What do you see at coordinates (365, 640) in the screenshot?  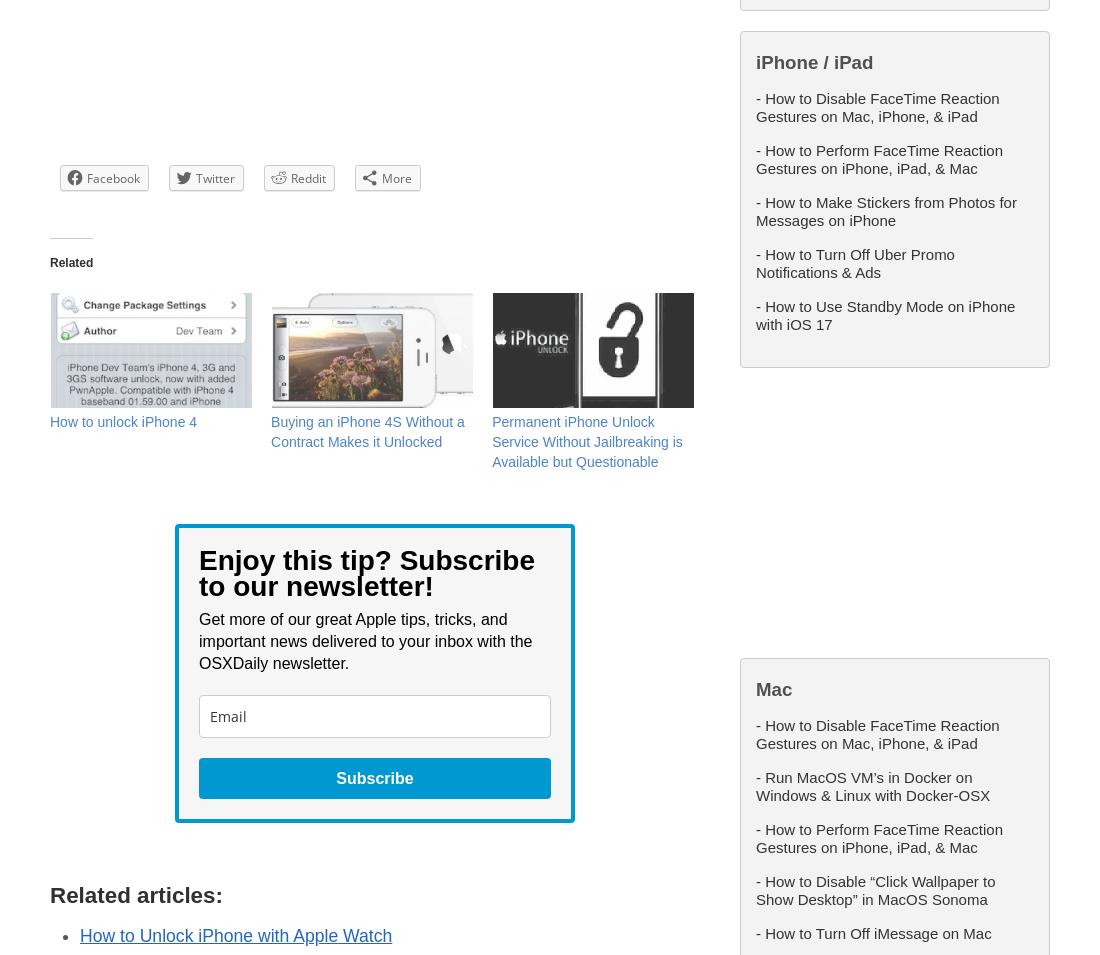 I see `'Get more of our great Apple tips, tricks, and important news delivered to your inbox with the OSXDaily newsletter.'` at bounding box center [365, 640].